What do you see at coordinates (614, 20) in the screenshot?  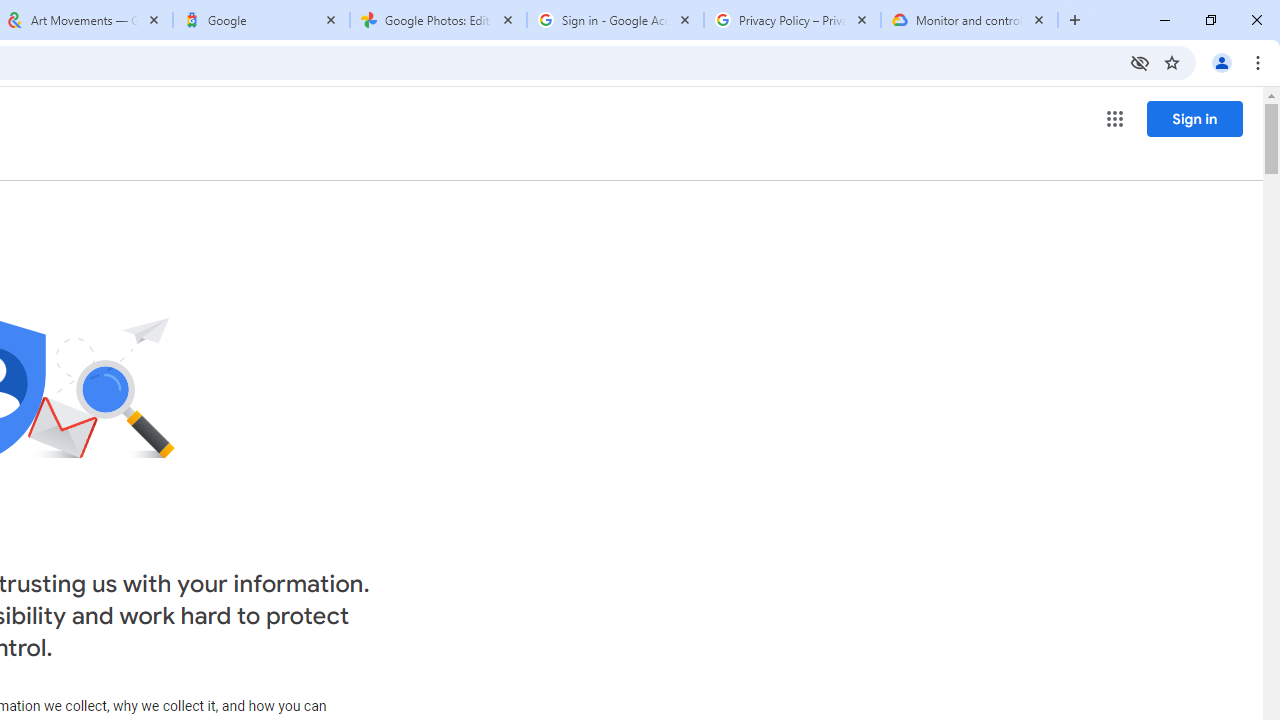 I see `'Sign in - Google Accounts'` at bounding box center [614, 20].